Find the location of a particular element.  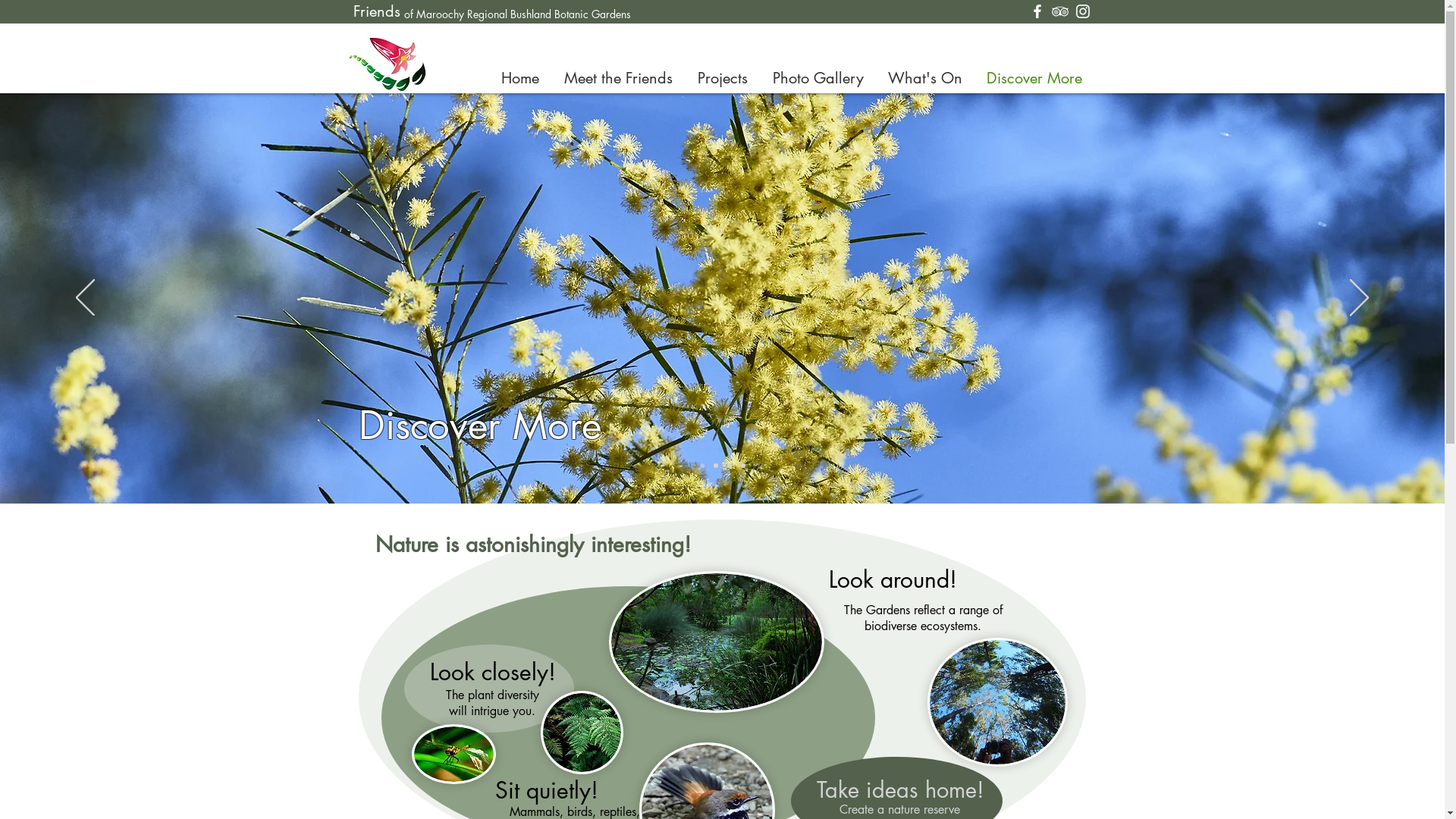

'Meet the Friends' is located at coordinates (619, 78).